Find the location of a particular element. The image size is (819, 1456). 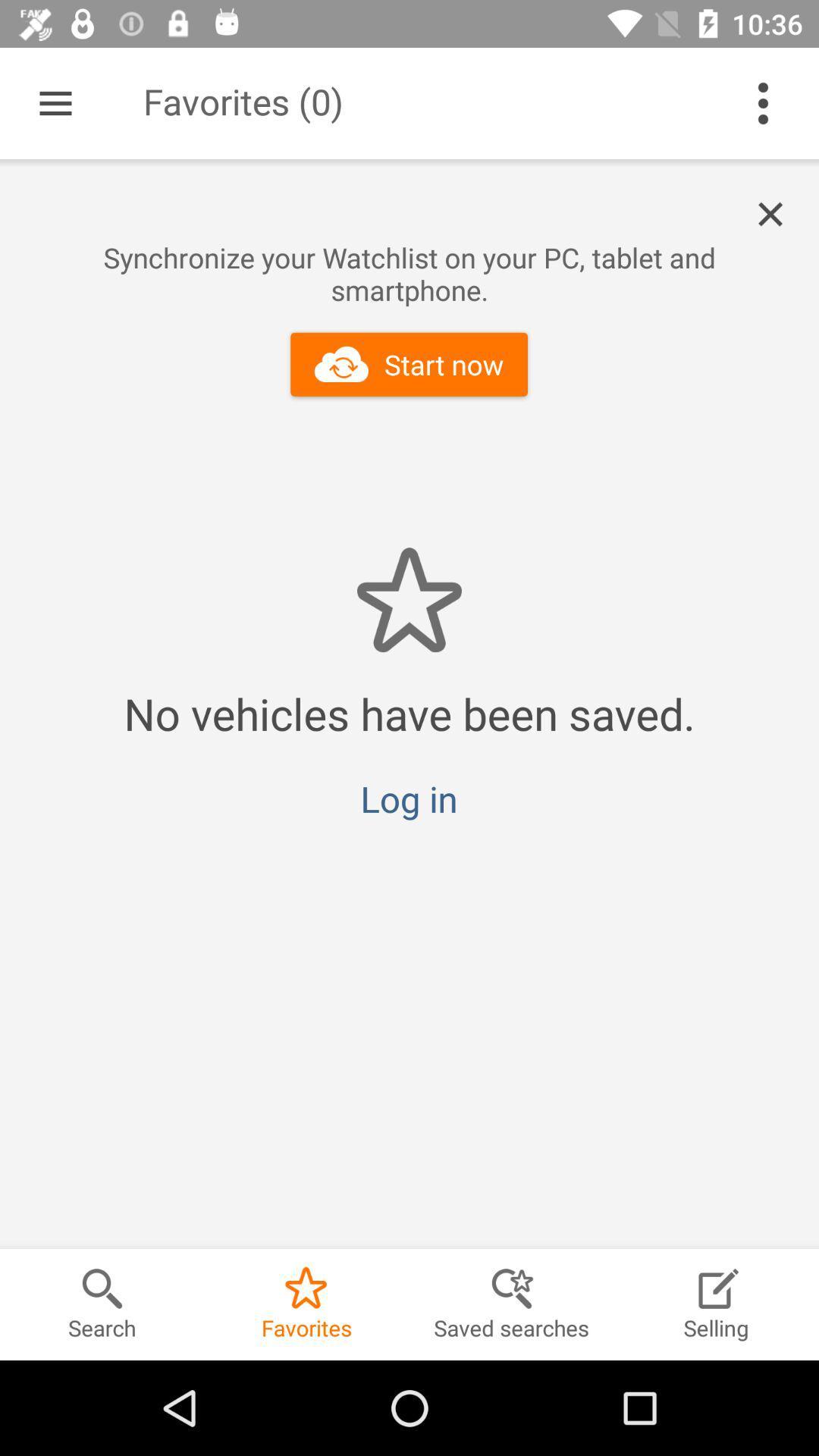

the item above favorites is located at coordinates (408, 798).